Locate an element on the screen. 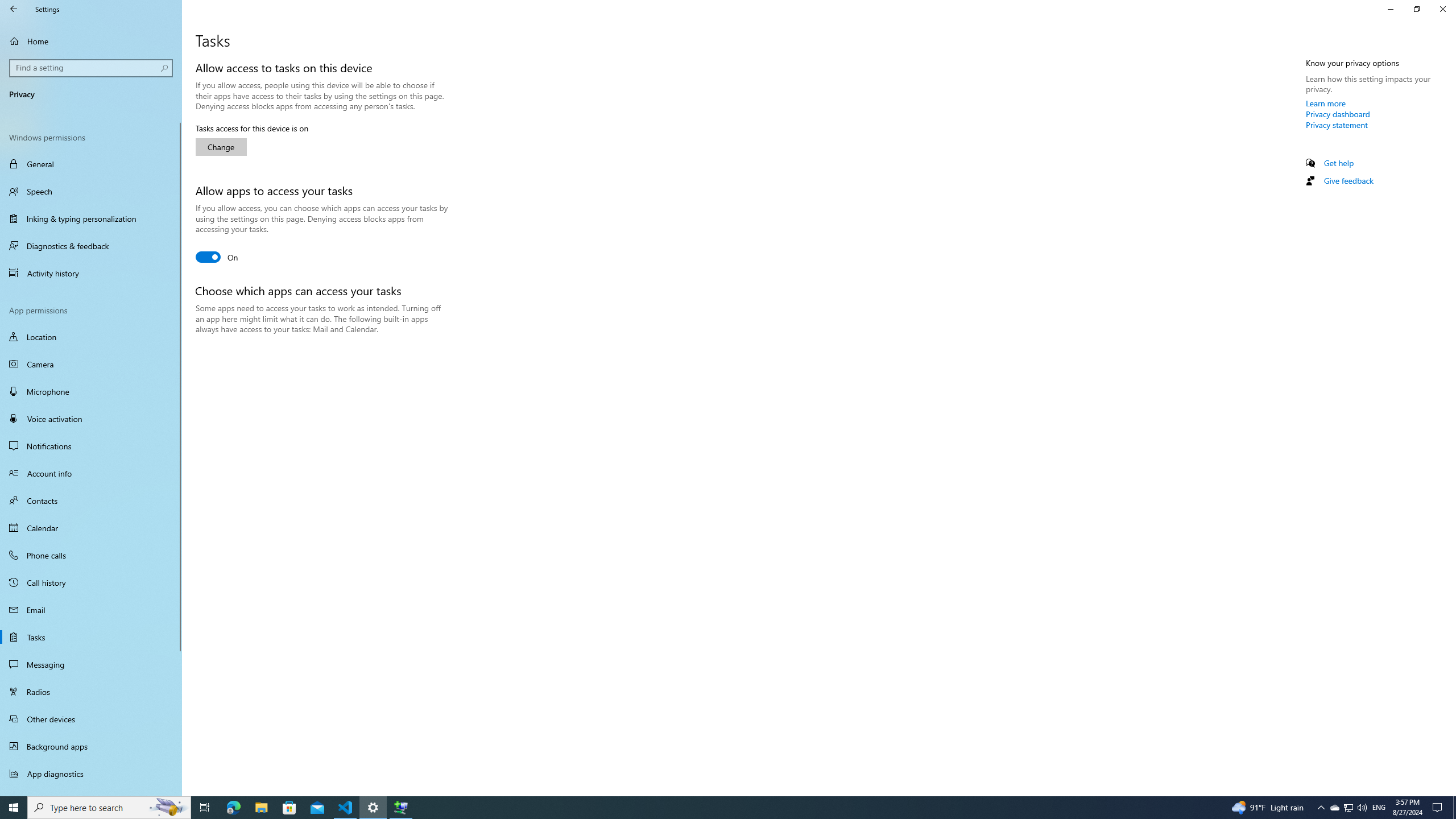 The width and height of the screenshot is (1456, 819). 'Search box, Find a setting' is located at coordinates (91, 67).